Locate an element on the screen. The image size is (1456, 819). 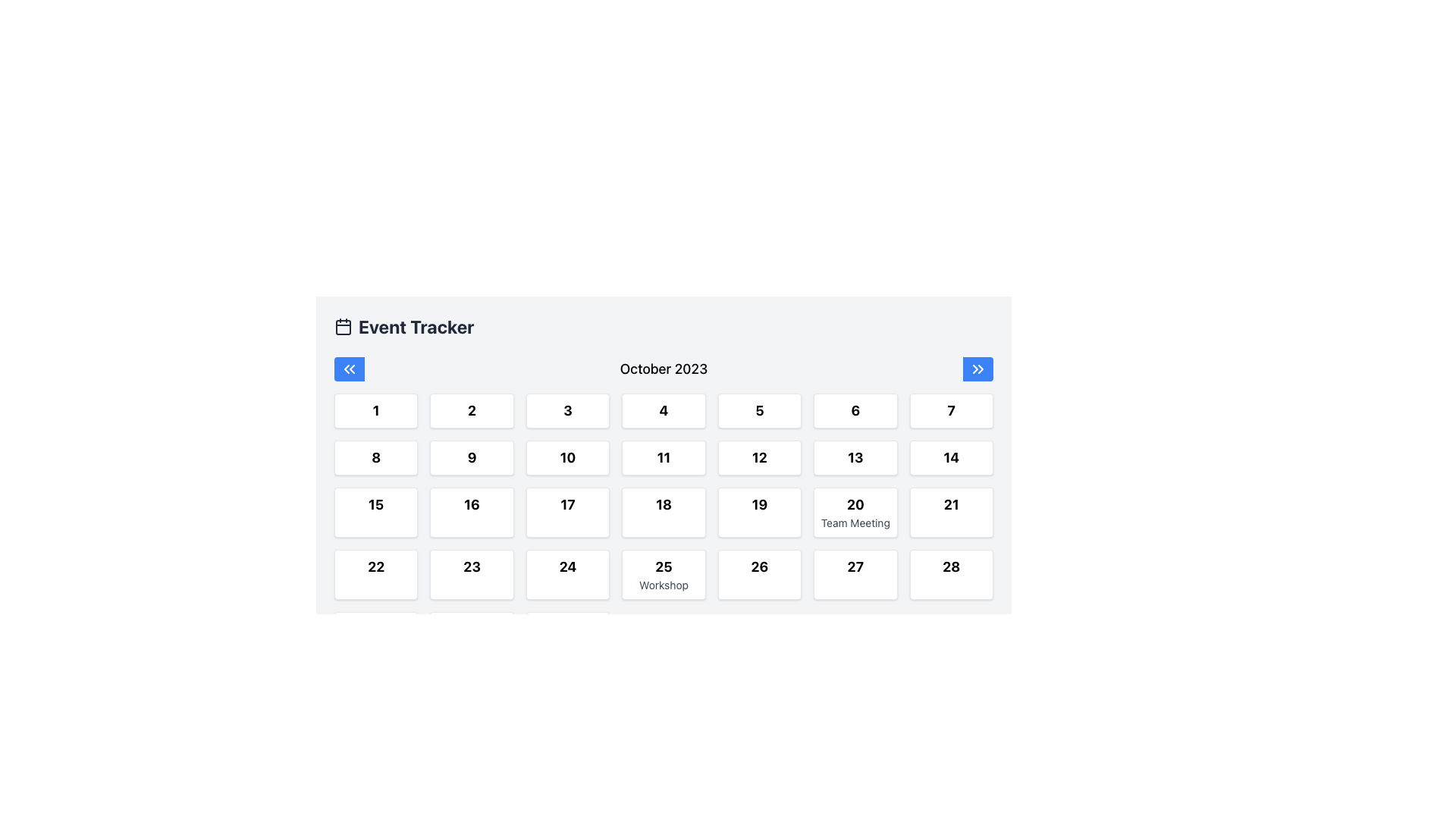
the bold text displaying the number '19' which is centrally aligned within the tile for October 19 in the calendar grid is located at coordinates (759, 505).